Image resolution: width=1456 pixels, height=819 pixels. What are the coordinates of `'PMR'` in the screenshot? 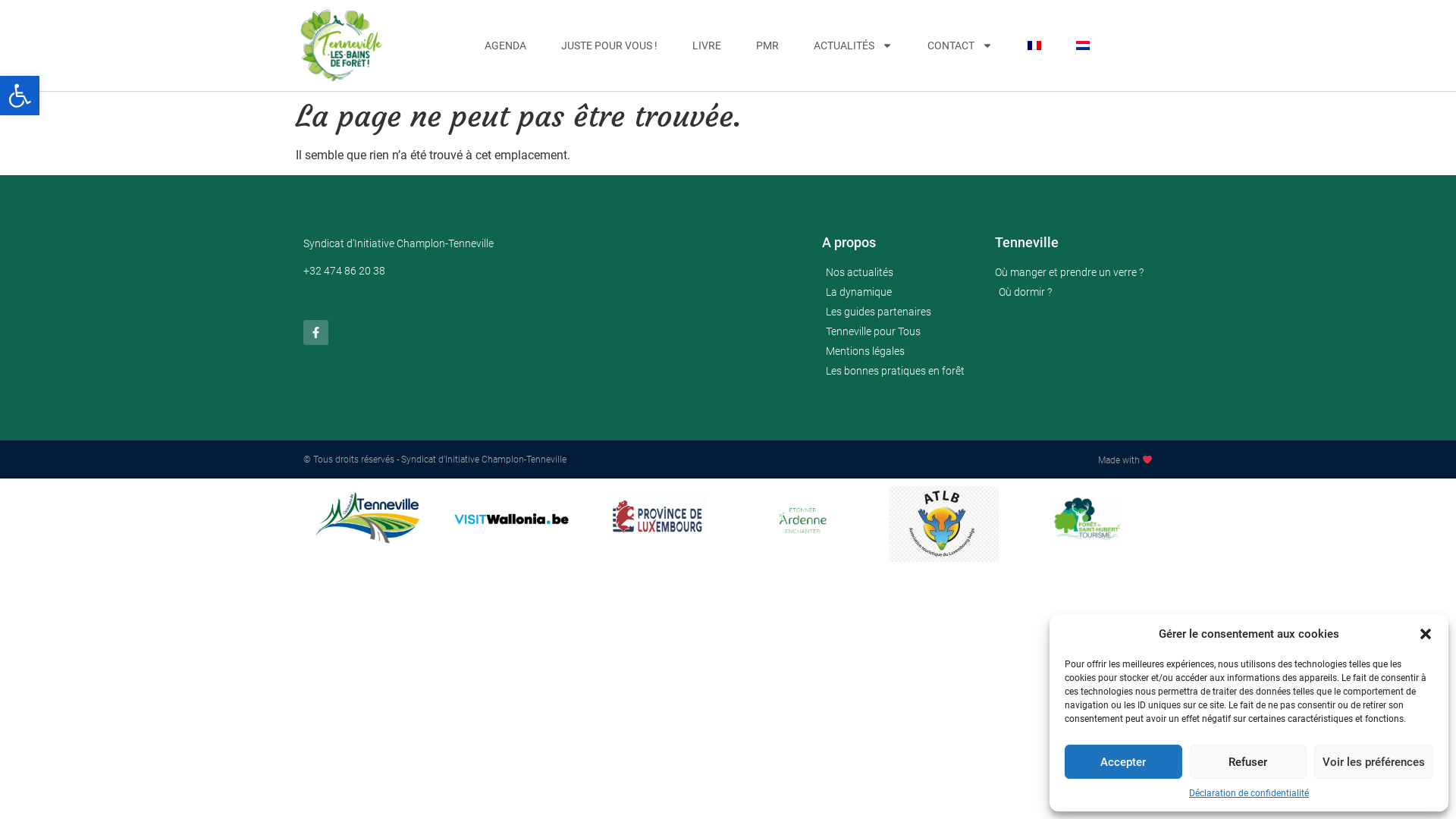 It's located at (767, 45).